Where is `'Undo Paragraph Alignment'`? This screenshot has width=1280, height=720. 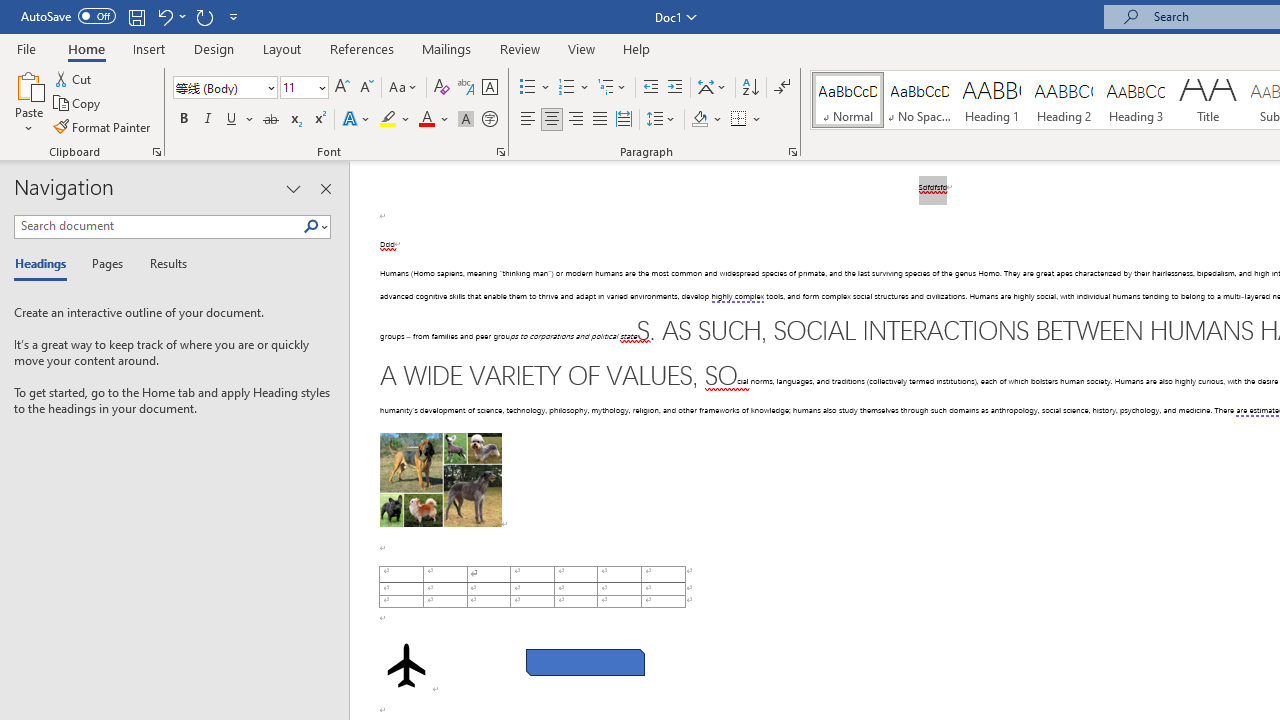 'Undo Paragraph Alignment' is located at coordinates (164, 16).